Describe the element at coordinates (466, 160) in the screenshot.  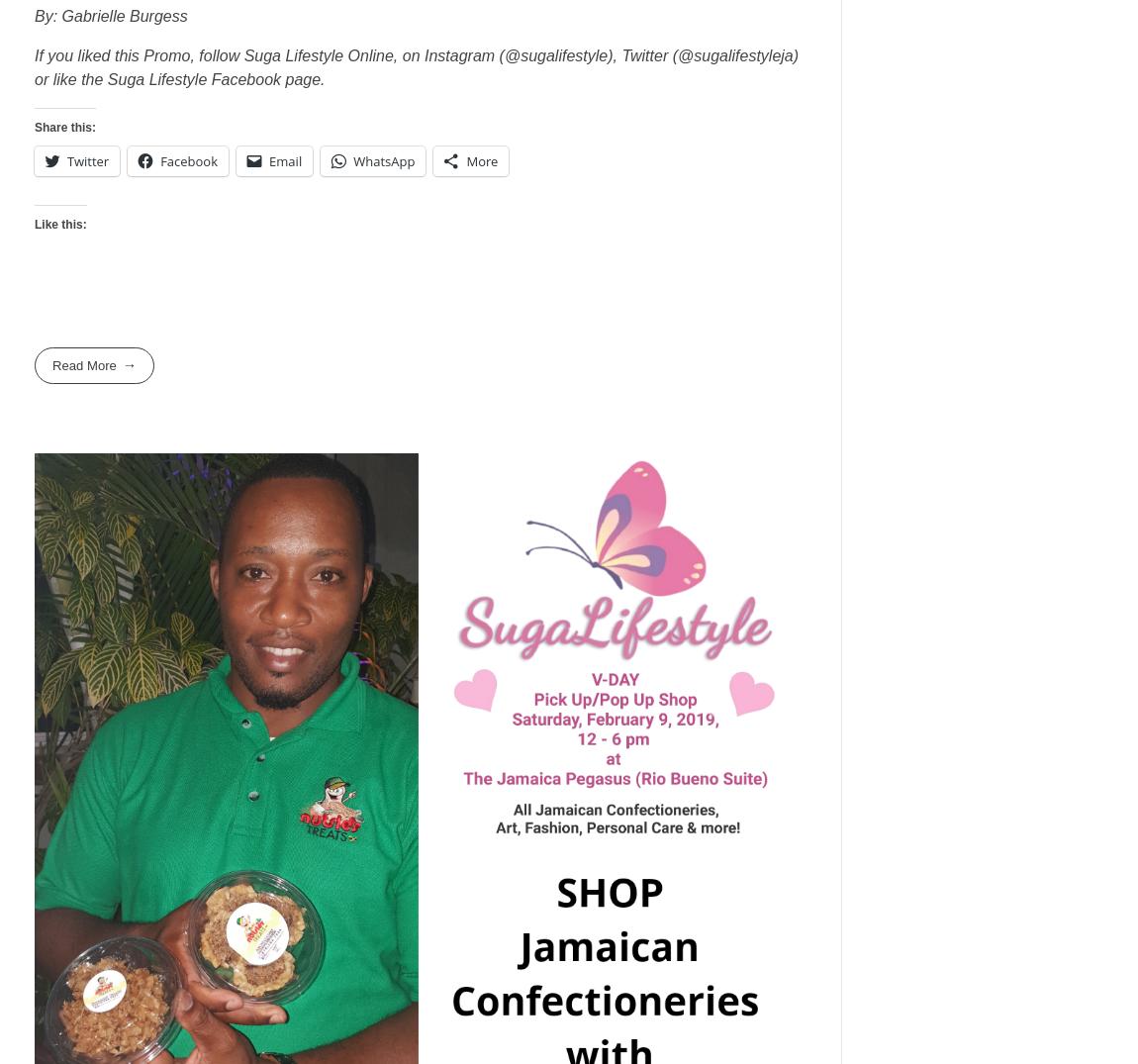
I see `'More'` at that location.